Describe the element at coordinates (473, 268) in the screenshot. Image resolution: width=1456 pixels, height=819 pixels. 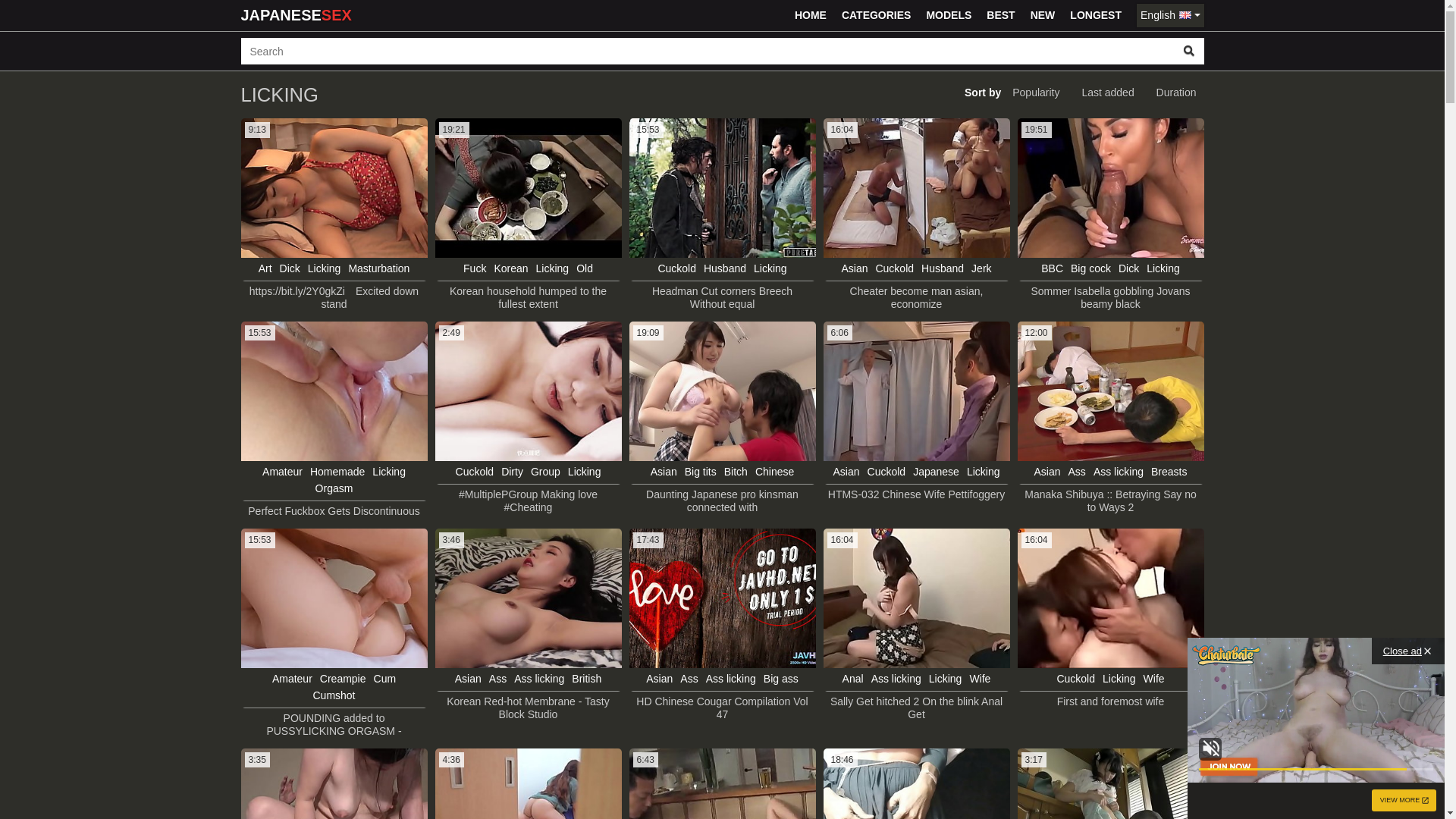
I see `'Fuck'` at that location.